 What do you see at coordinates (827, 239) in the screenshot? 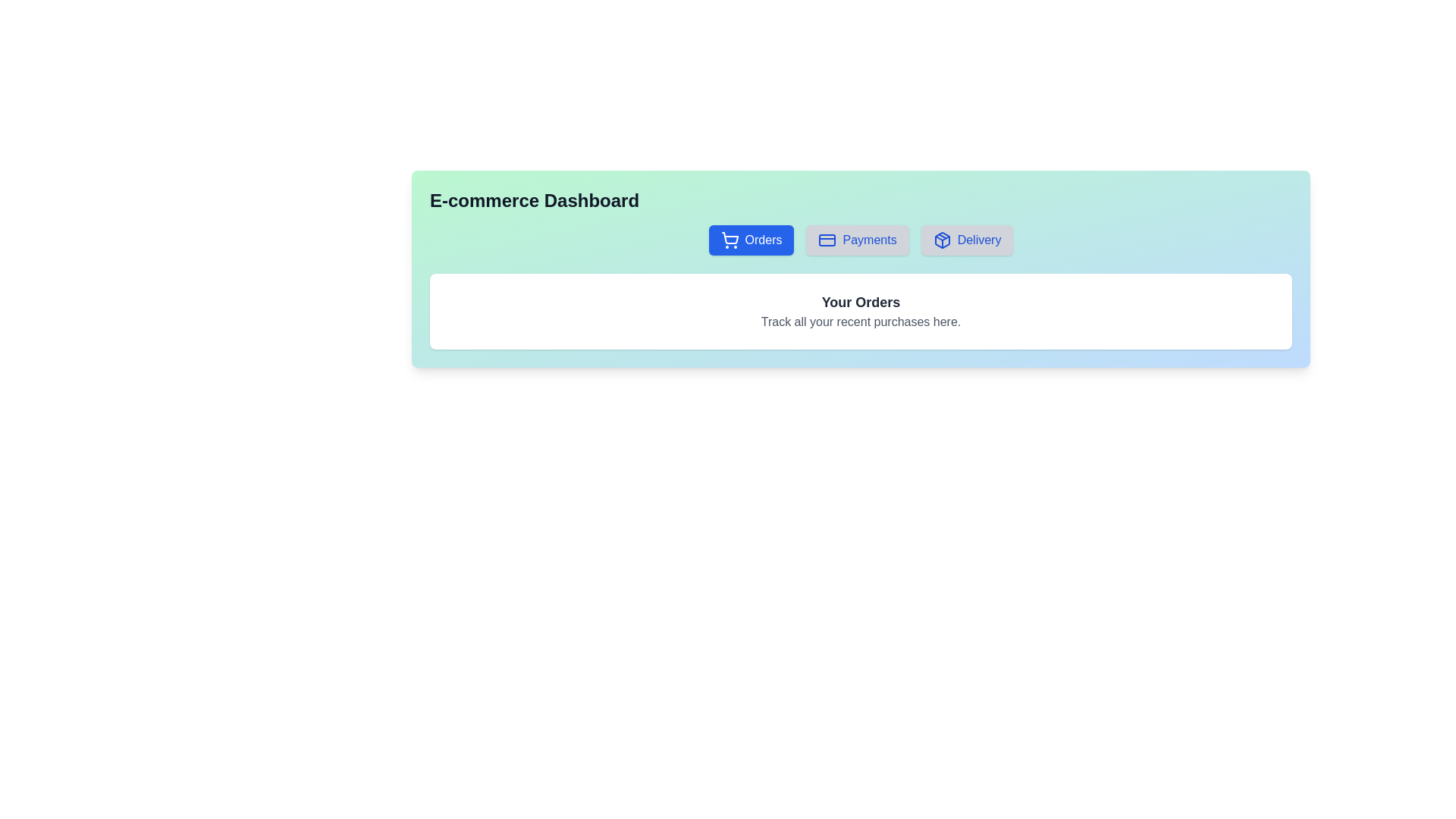
I see `the small credit card icon located within the 'Payments' button at the upper part of the interface` at bounding box center [827, 239].